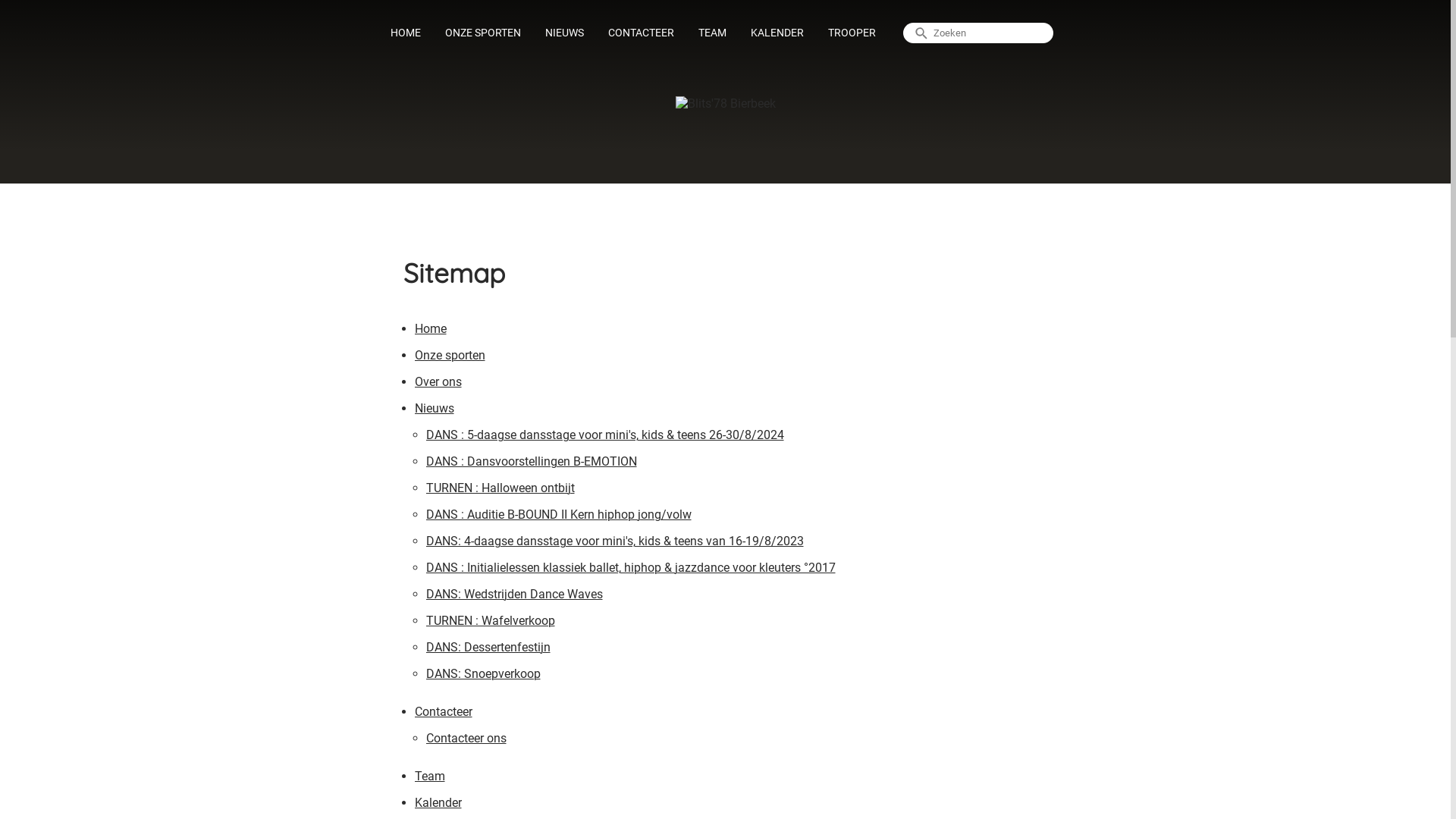  What do you see at coordinates (491, 623) in the screenshot?
I see `'TURNEN : Wafelverkoop'` at bounding box center [491, 623].